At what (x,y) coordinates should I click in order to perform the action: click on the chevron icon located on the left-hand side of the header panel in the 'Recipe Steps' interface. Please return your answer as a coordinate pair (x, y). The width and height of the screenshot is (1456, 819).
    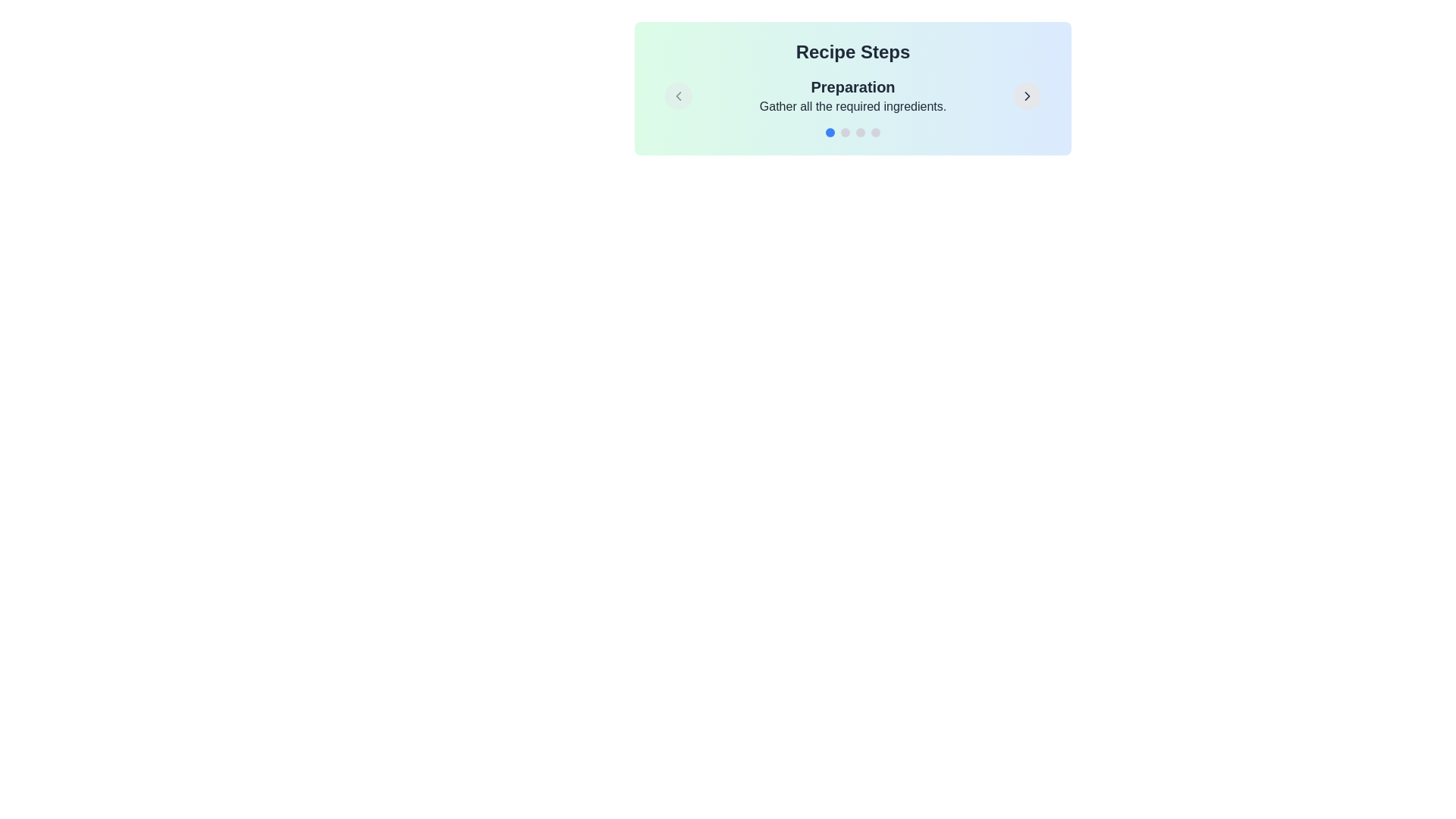
    Looking at the image, I should click on (677, 96).